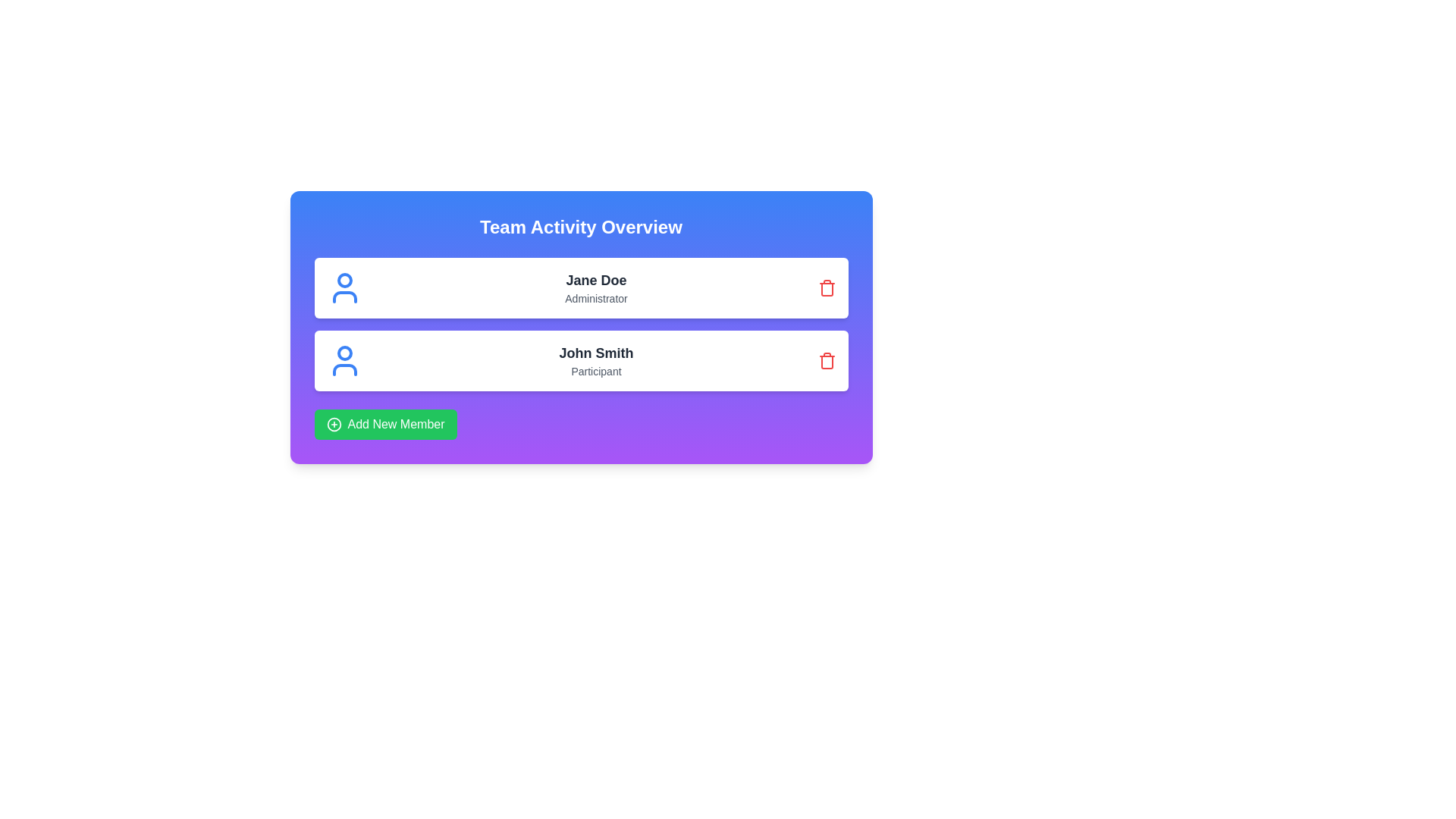 This screenshot has width=1456, height=819. I want to click on the button at the bottom of the list of team members, so click(385, 424).